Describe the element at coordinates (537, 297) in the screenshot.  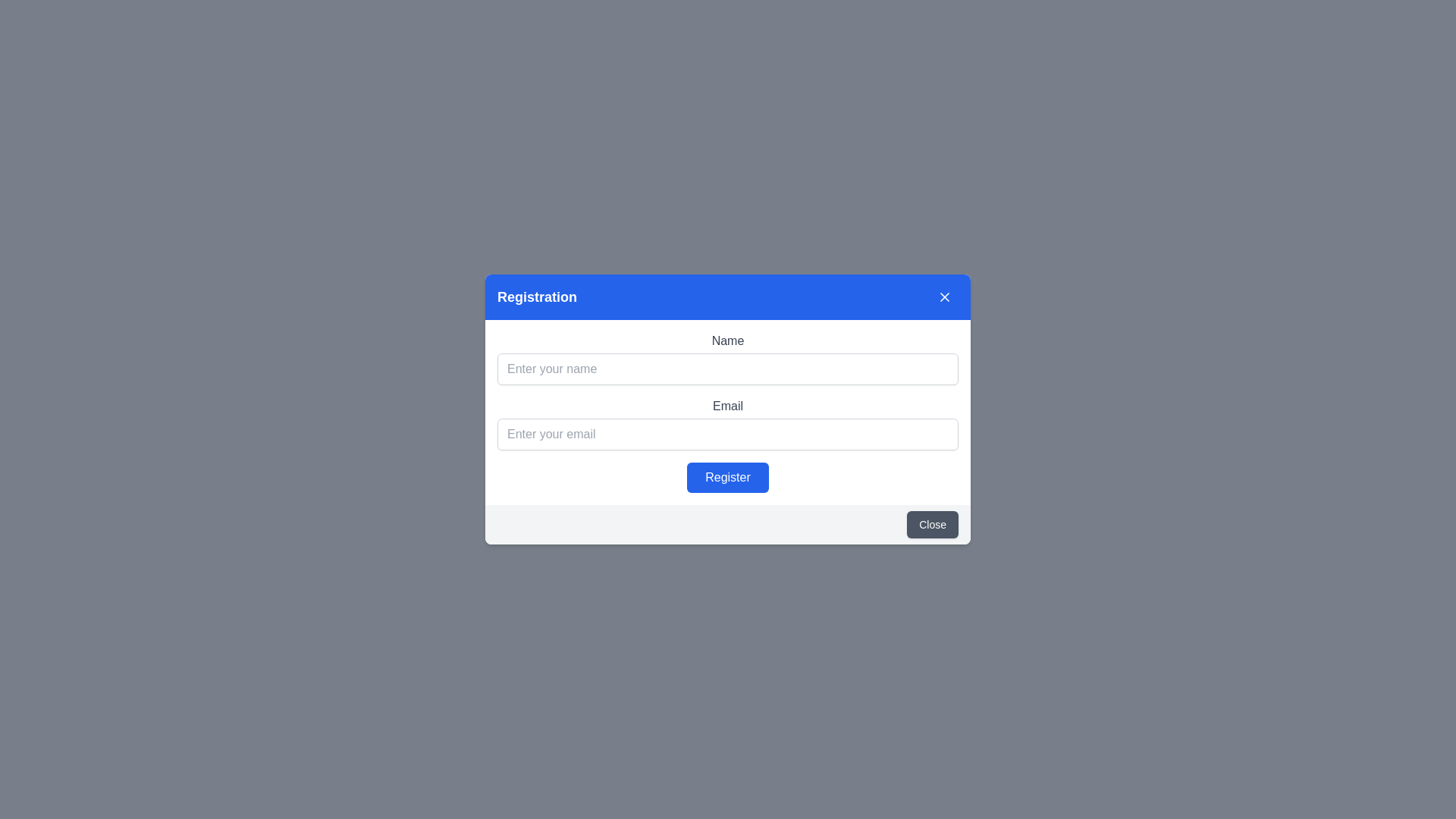
I see `the 'Registration' text label, which is a bold heading located at the top-left corner of the dialog box against a solid blue background` at that location.